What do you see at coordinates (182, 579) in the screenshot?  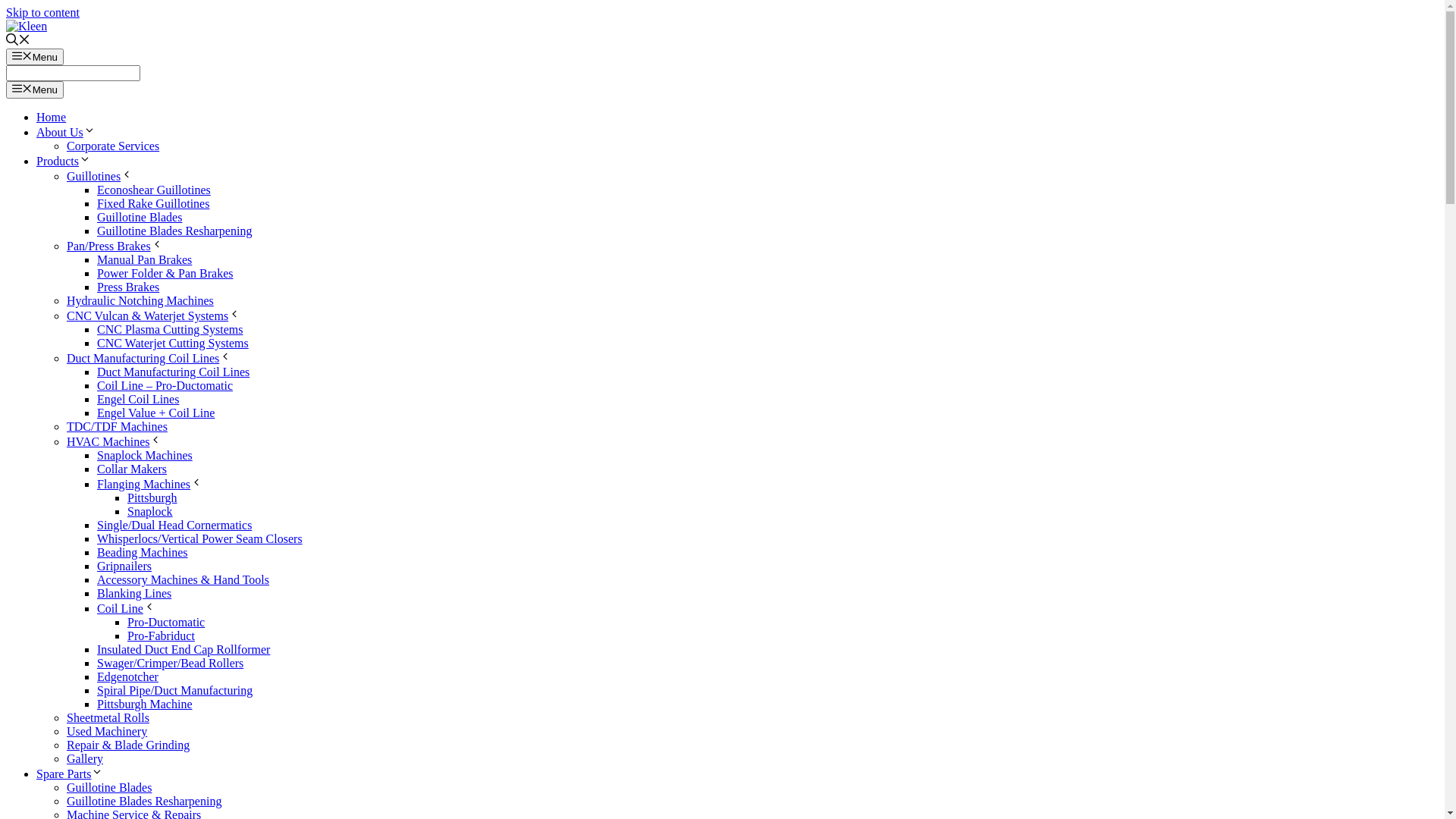 I see `'Accessory Machines & Hand Tools'` at bounding box center [182, 579].